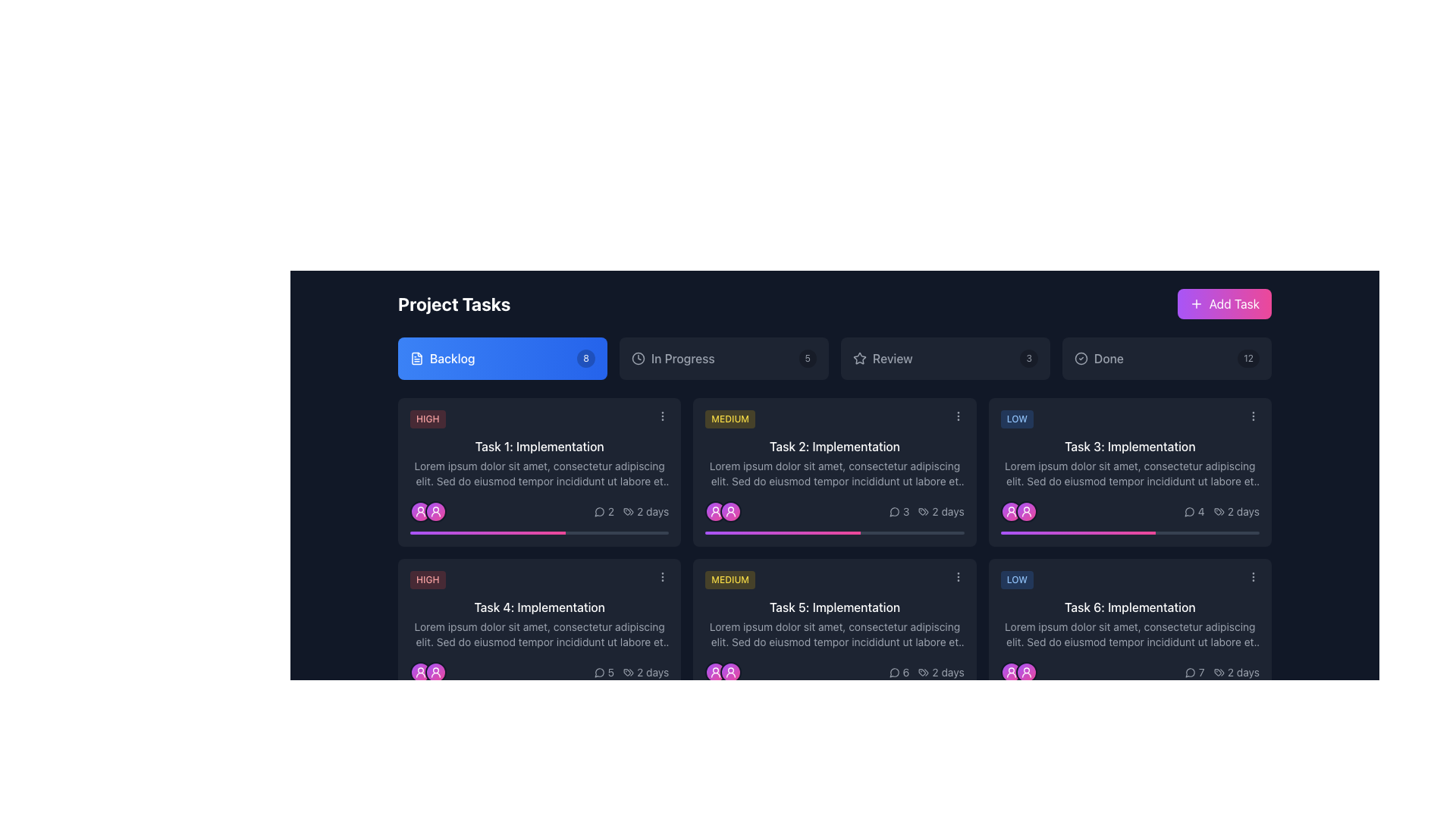  Describe the element at coordinates (417, 359) in the screenshot. I see `the 'Backlog' button by clicking on the associated SVG icon representing a document or file located near the top-left section of the viewport` at that location.